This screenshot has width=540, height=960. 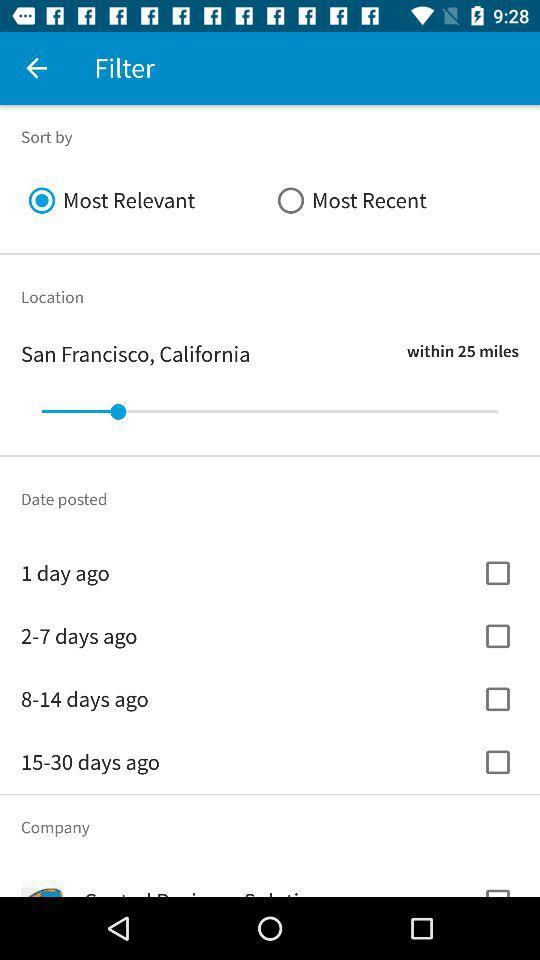 What do you see at coordinates (36, 68) in the screenshot?
I see `the icon next to the filter icon` at bounding box center [36, 68].